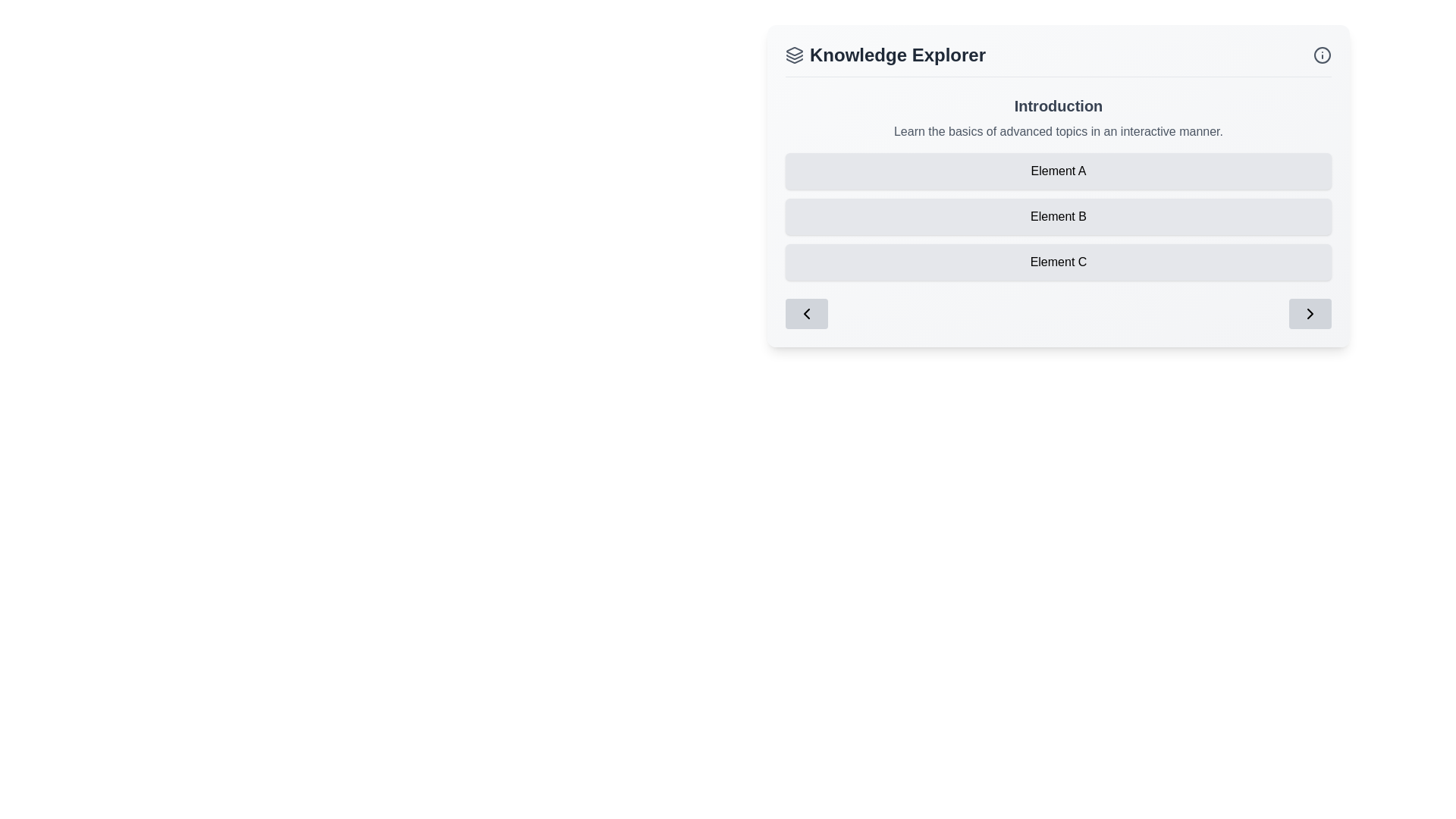 The height and width of the screenshot is (819, 1456). What do you see at coordinates (1058, 117) in the screenshot?
I see `the Text Header with Subheader that includes the title 'Introduction' and the subtitle 'Learn the basics of advanced topics in an interactive manner.'` at bounding box center [1058, 117].